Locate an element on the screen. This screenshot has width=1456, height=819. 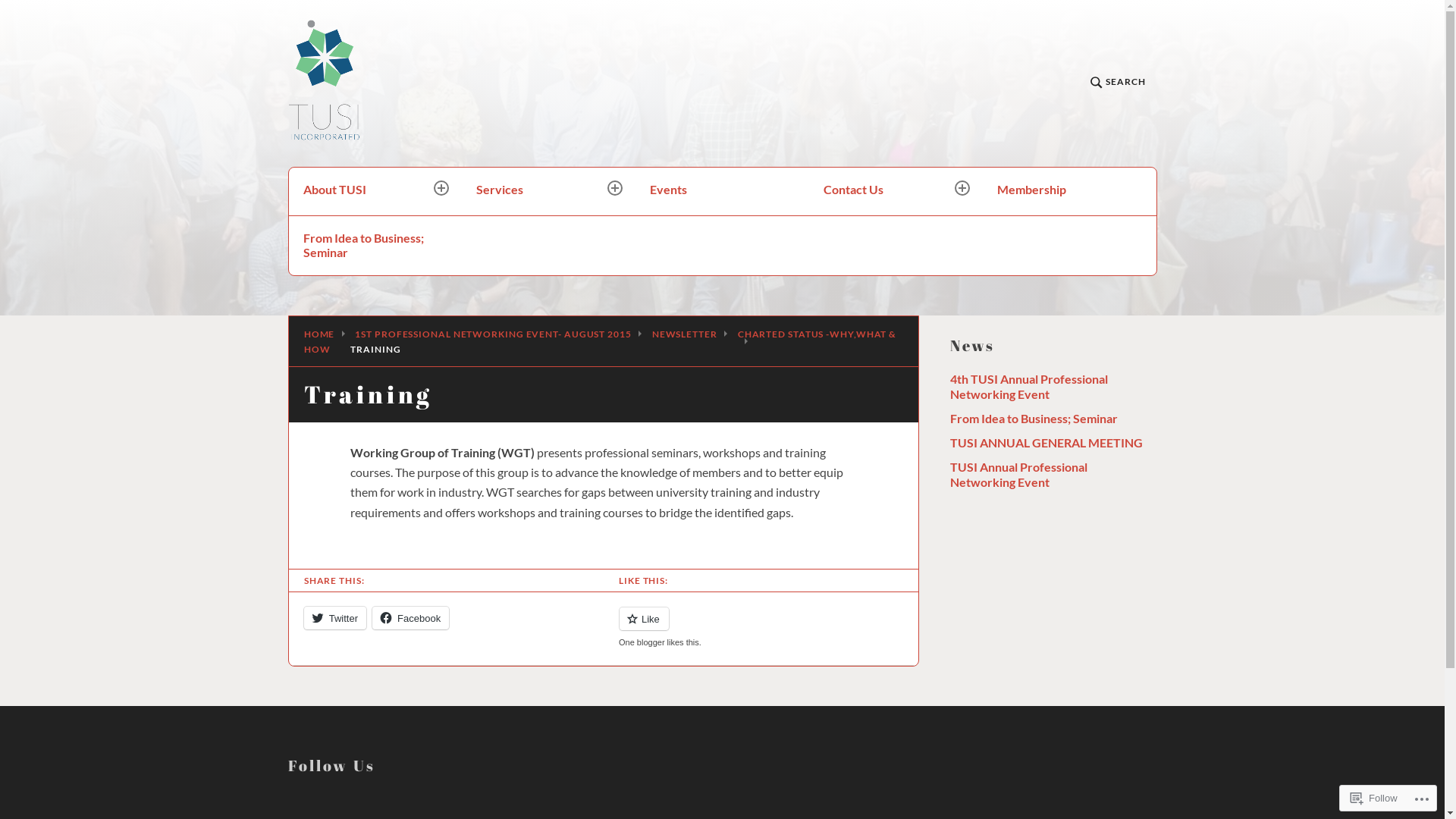
'CHARTED STATUS -WHY,WHAT & HOW' is located at coordinates (599, 341).